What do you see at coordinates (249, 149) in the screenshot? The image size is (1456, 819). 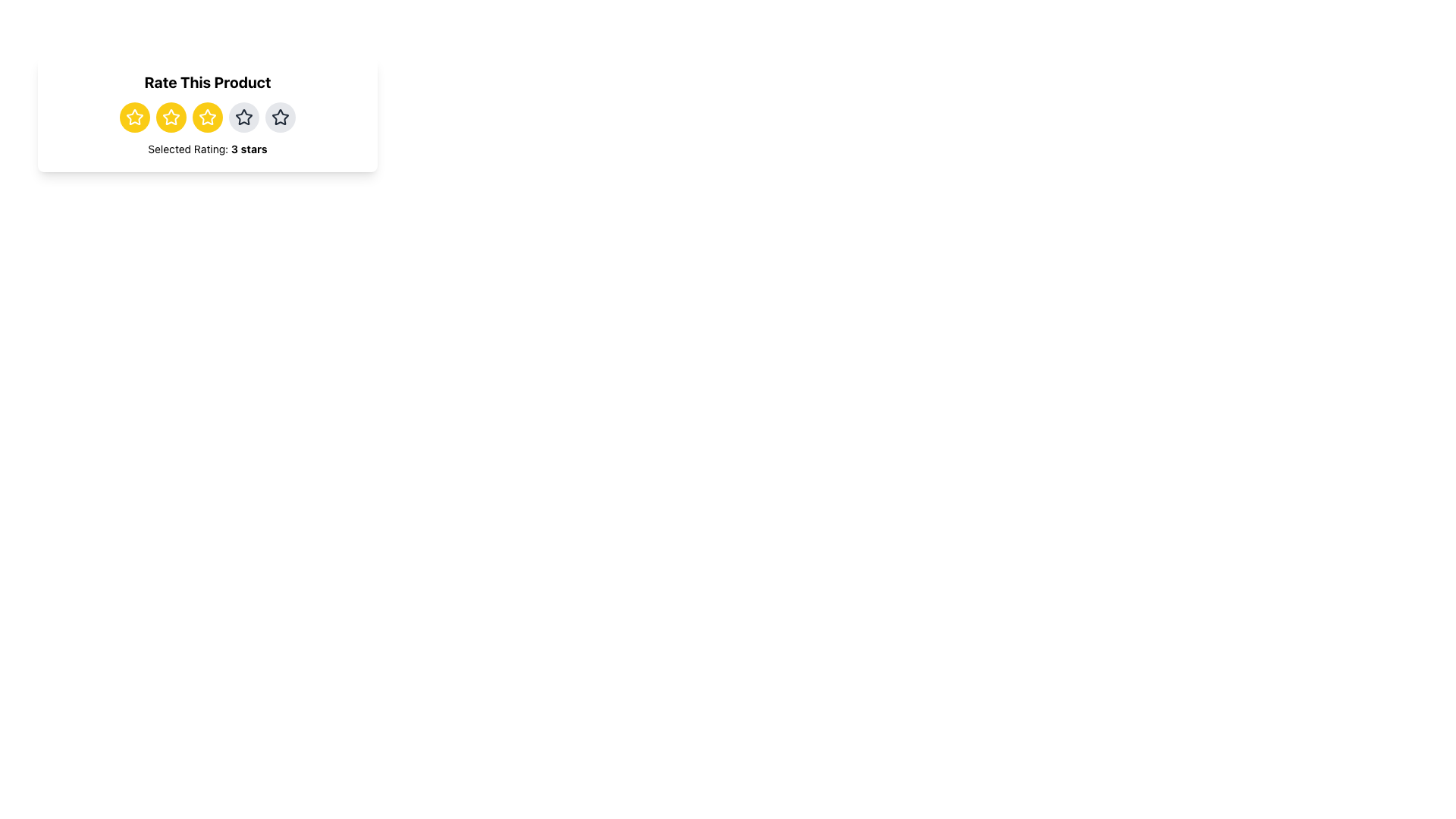 I see `the bold text reading '3 stars' that is part of the sentence 'Selected Rating: 3 stars', located below the star rating icons` at bounding box center [249, 149].